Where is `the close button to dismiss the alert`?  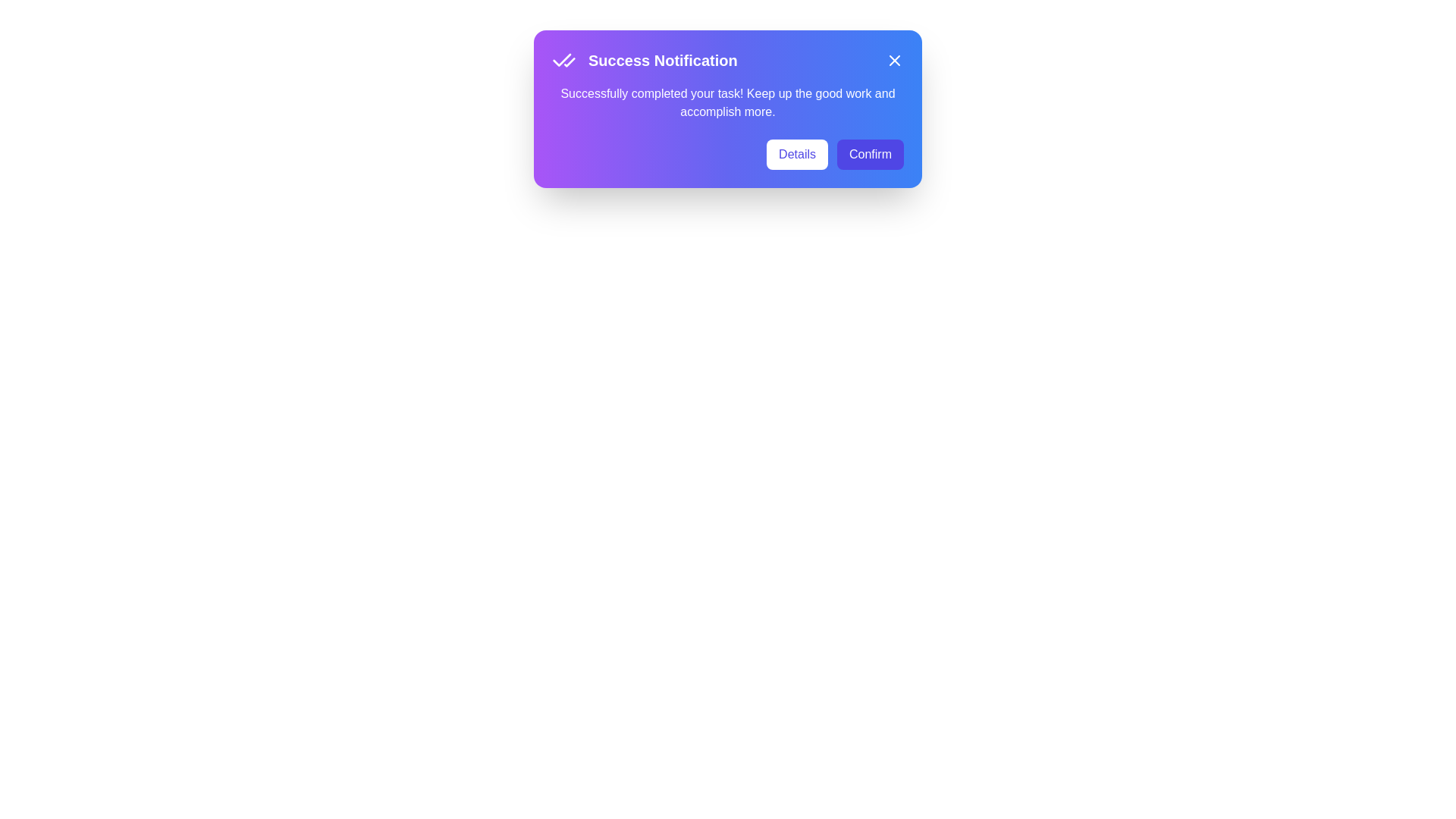
the close button to dismiss the alert is located at coordinates (895, 60).